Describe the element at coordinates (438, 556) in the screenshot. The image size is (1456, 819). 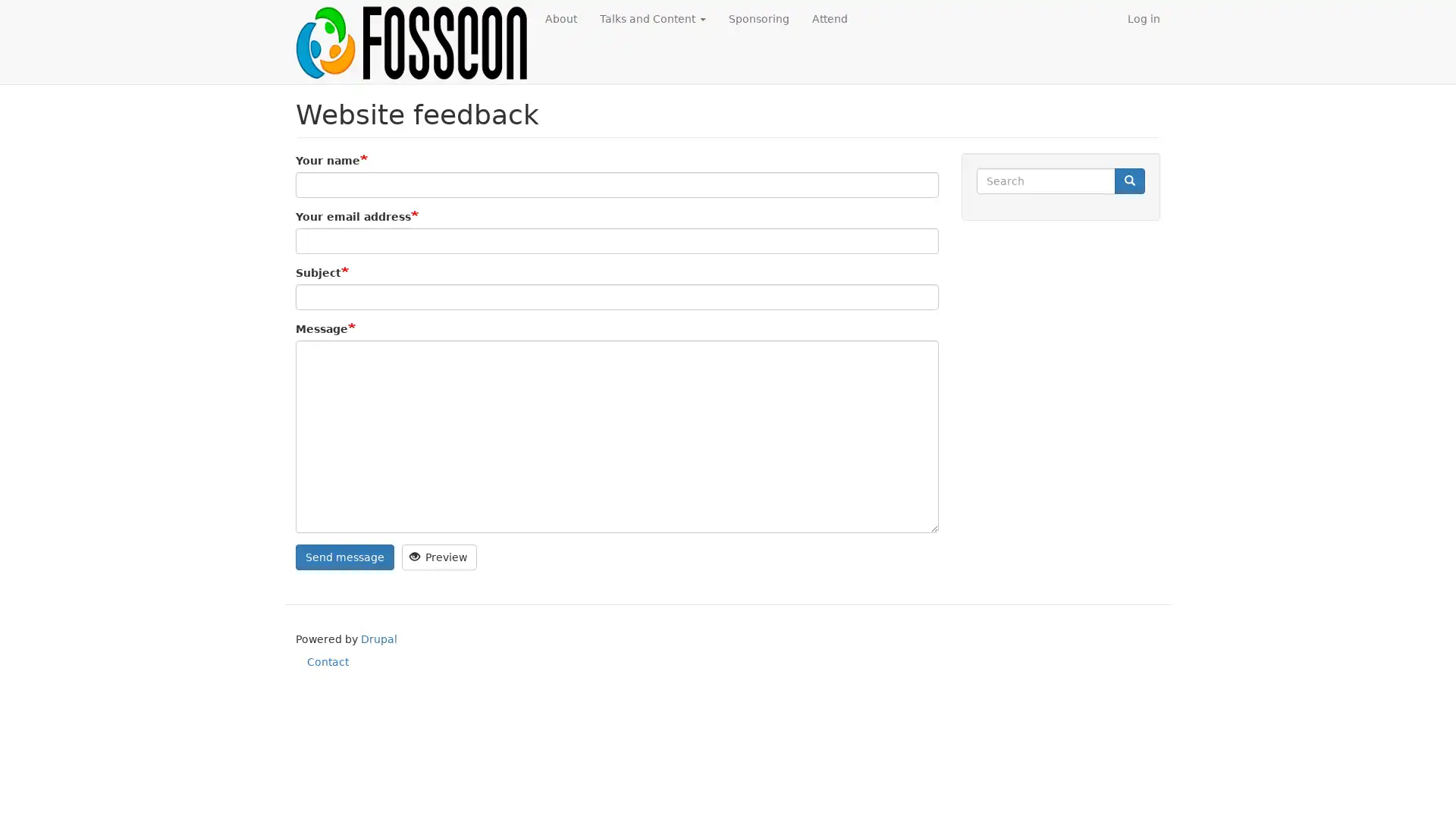
I see `Preview` at that location.